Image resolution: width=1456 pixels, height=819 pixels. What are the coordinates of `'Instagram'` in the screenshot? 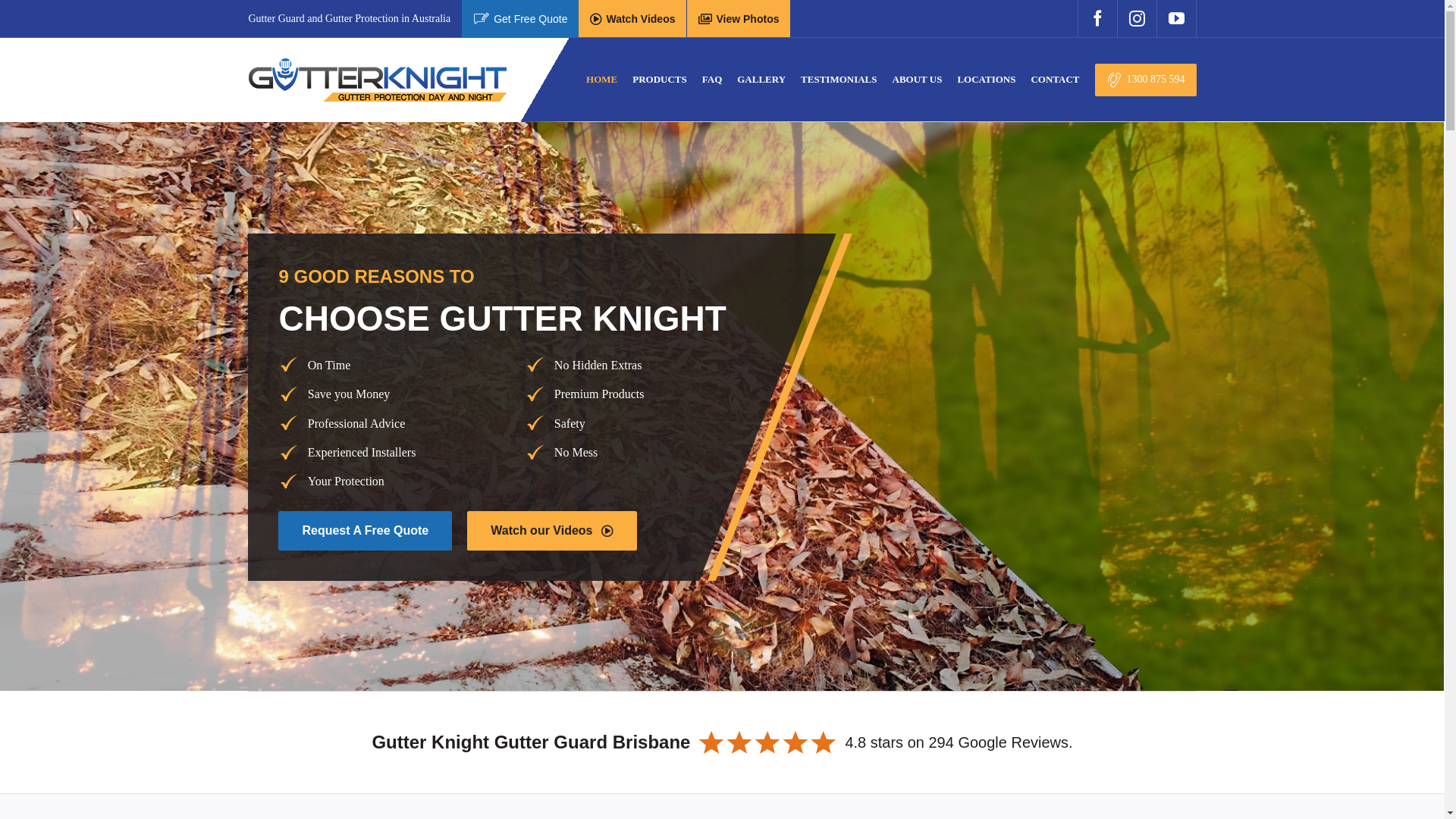 It's located at (1136, 18).